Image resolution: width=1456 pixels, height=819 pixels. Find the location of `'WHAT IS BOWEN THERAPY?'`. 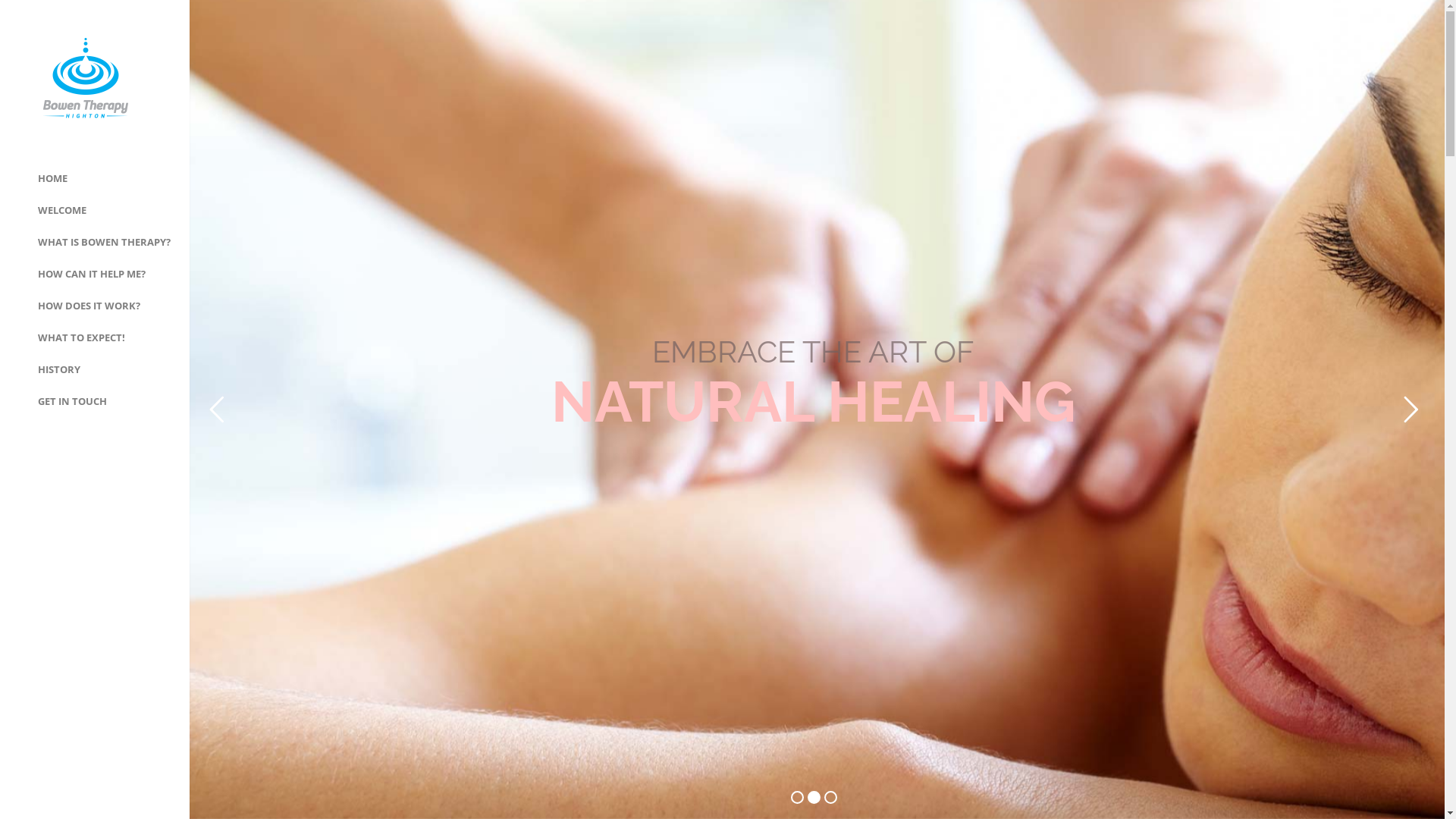

'WHAT IS BOWEN THERAPY?' is located at coordinates (103, 241).